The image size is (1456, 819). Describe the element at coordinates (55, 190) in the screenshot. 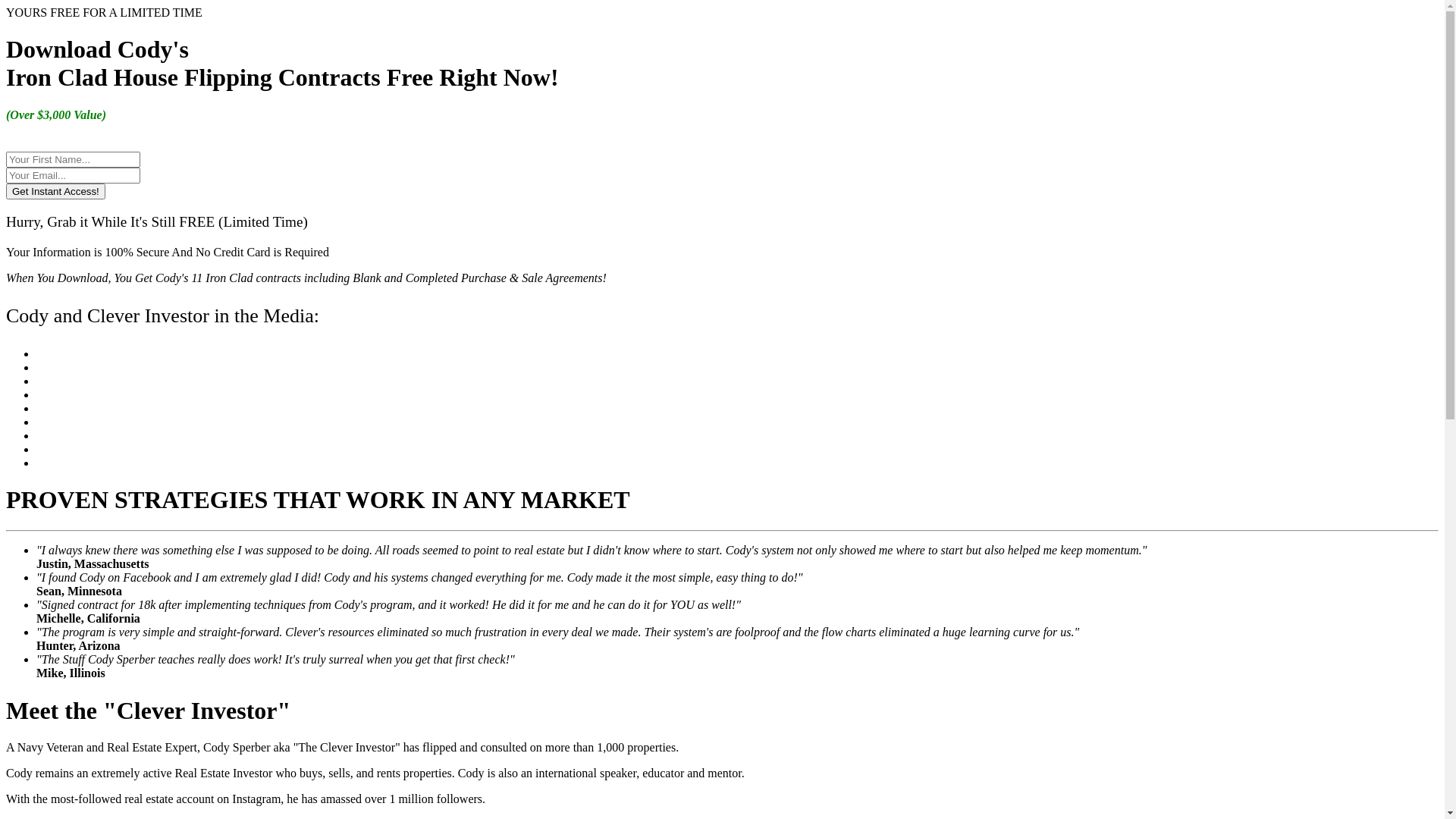

I see `'Get Instant Access!'` at that location.